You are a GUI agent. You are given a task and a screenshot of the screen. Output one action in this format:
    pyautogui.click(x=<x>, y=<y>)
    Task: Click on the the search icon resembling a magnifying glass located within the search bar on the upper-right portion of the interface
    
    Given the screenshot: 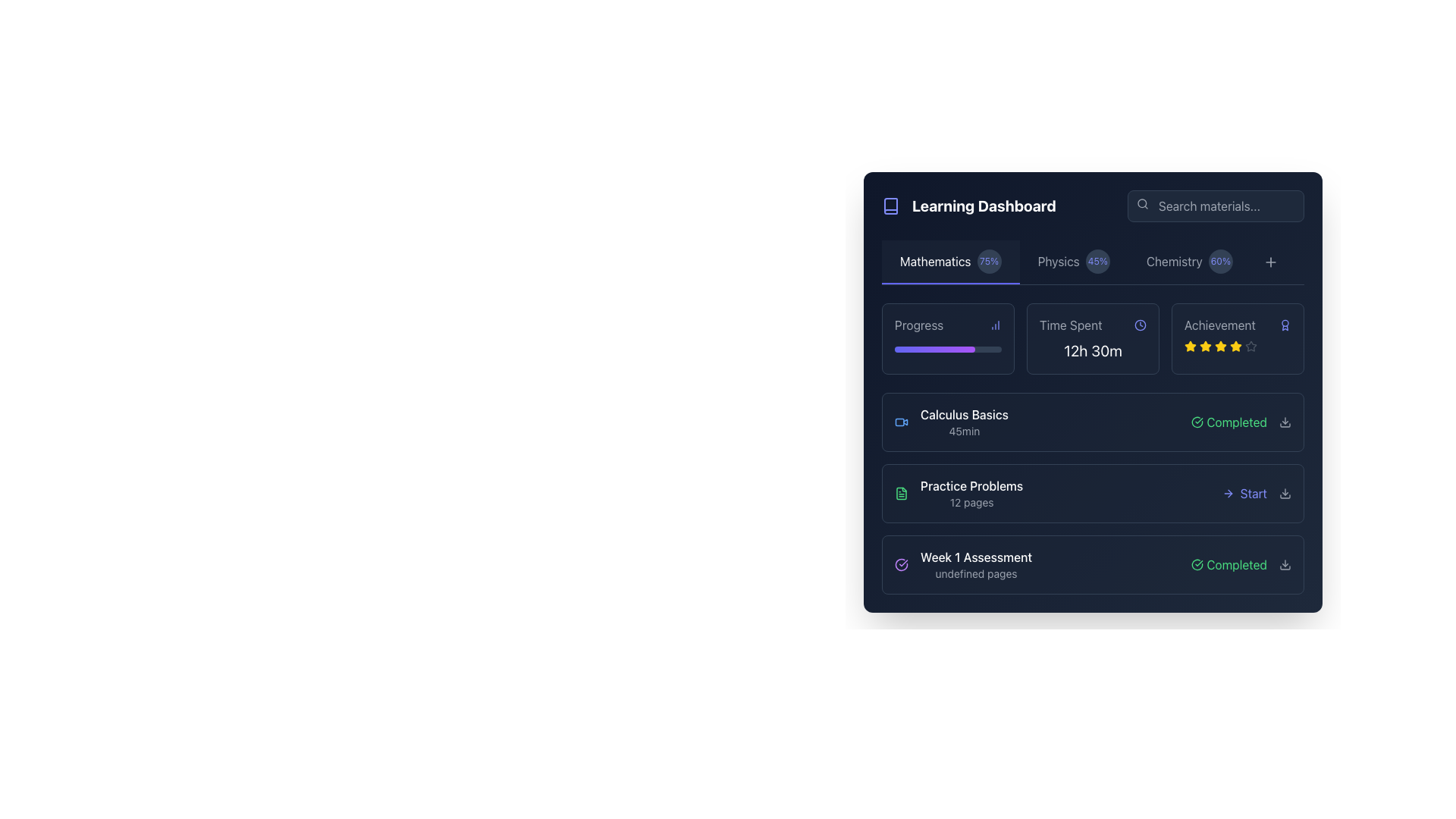 What is the action you would take?
    pyautogui.click(x=1143, y=203)
    